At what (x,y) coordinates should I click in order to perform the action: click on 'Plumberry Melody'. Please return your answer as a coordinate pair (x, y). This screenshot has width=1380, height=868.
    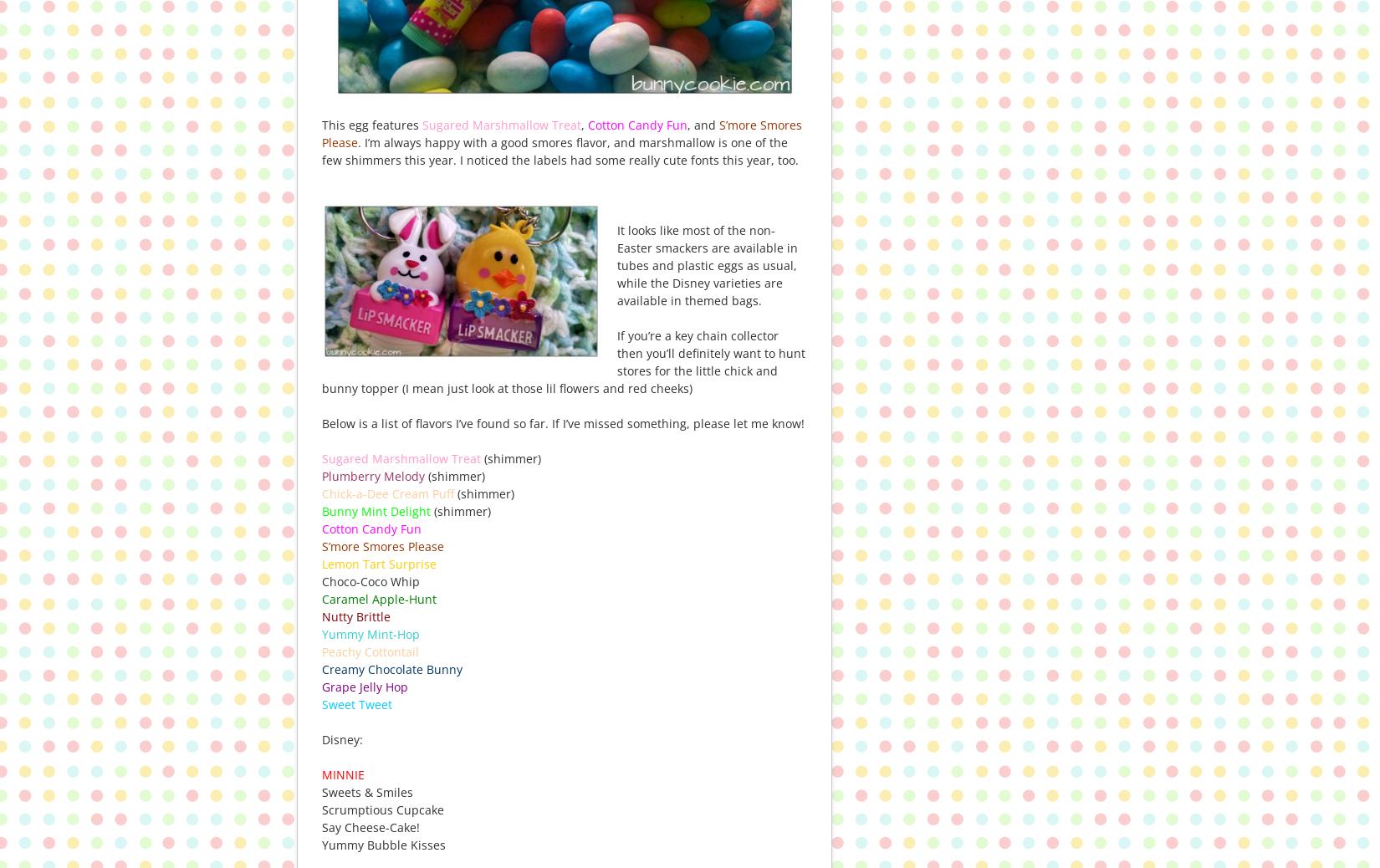
    Looking at the image, I should click on (372, 474).